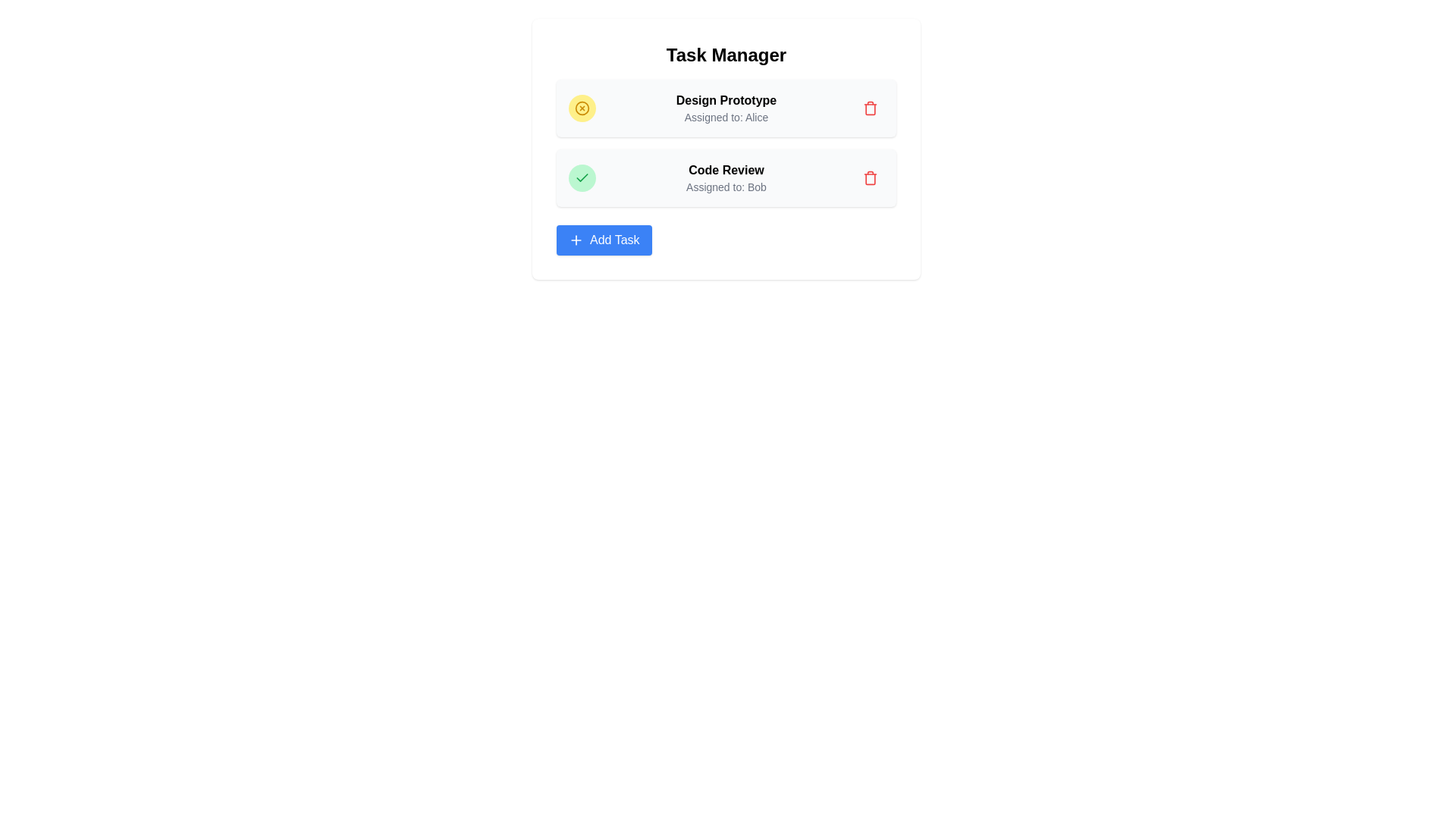 Image resolution: width=1456 pixels, height=819 pixels. I want to click on the yellow circular icon with a red cross symbol, which is positioned to the left of the 'Design Prototype' task entry in the task list, so click(582, 107).